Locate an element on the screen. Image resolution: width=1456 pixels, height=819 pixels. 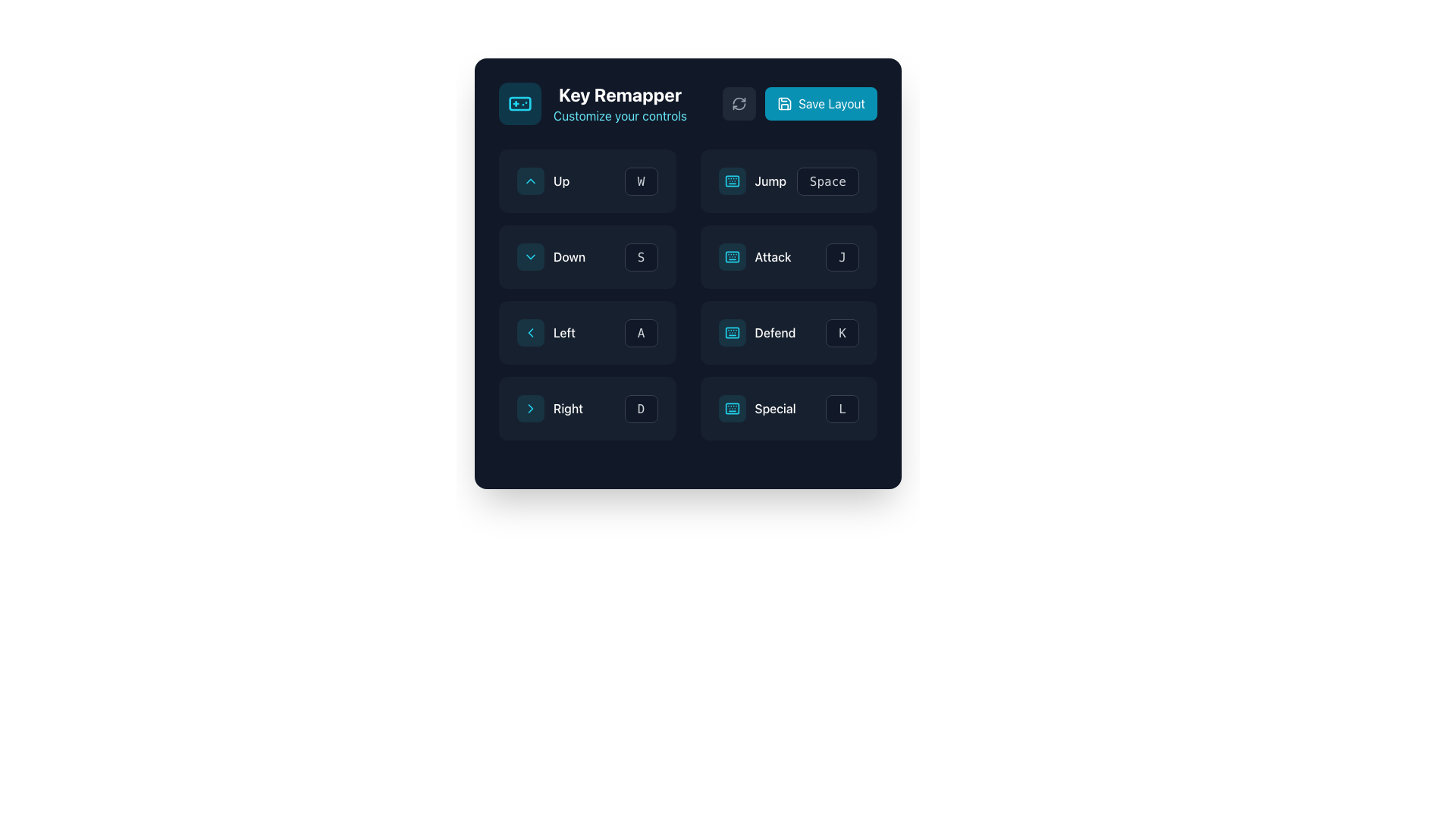
the small square-shaped button with a cyan outline and background, featuring a white line-art keyboard icon, located in the Jump action cluster at the top-right of the main grid is located at coordinates (732, 180).